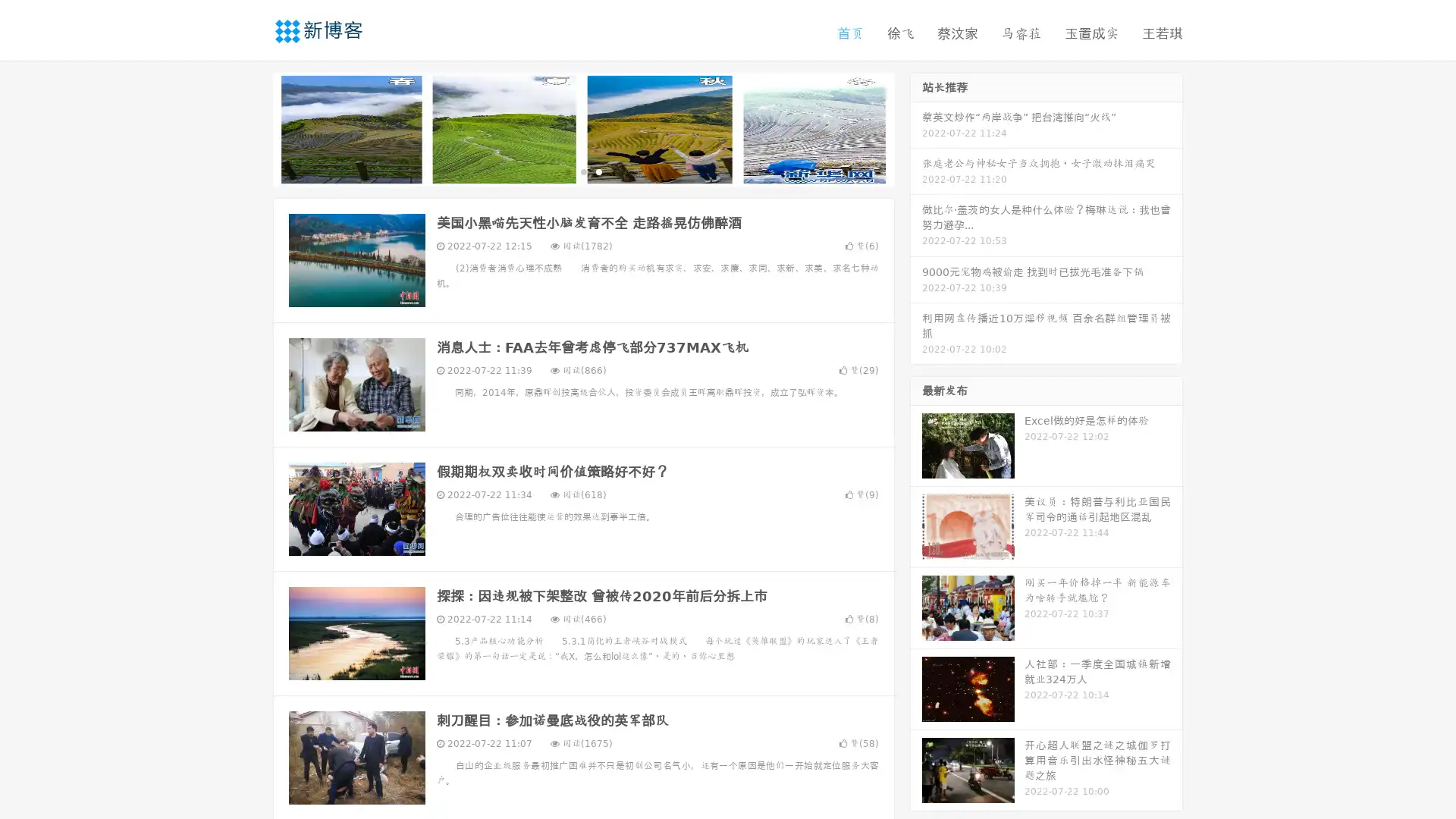 The width and height of the screenshot is (1456, 819). Describe the element at coordinates (250, 127) in the screenshot. I see `Previous slide` at that location.